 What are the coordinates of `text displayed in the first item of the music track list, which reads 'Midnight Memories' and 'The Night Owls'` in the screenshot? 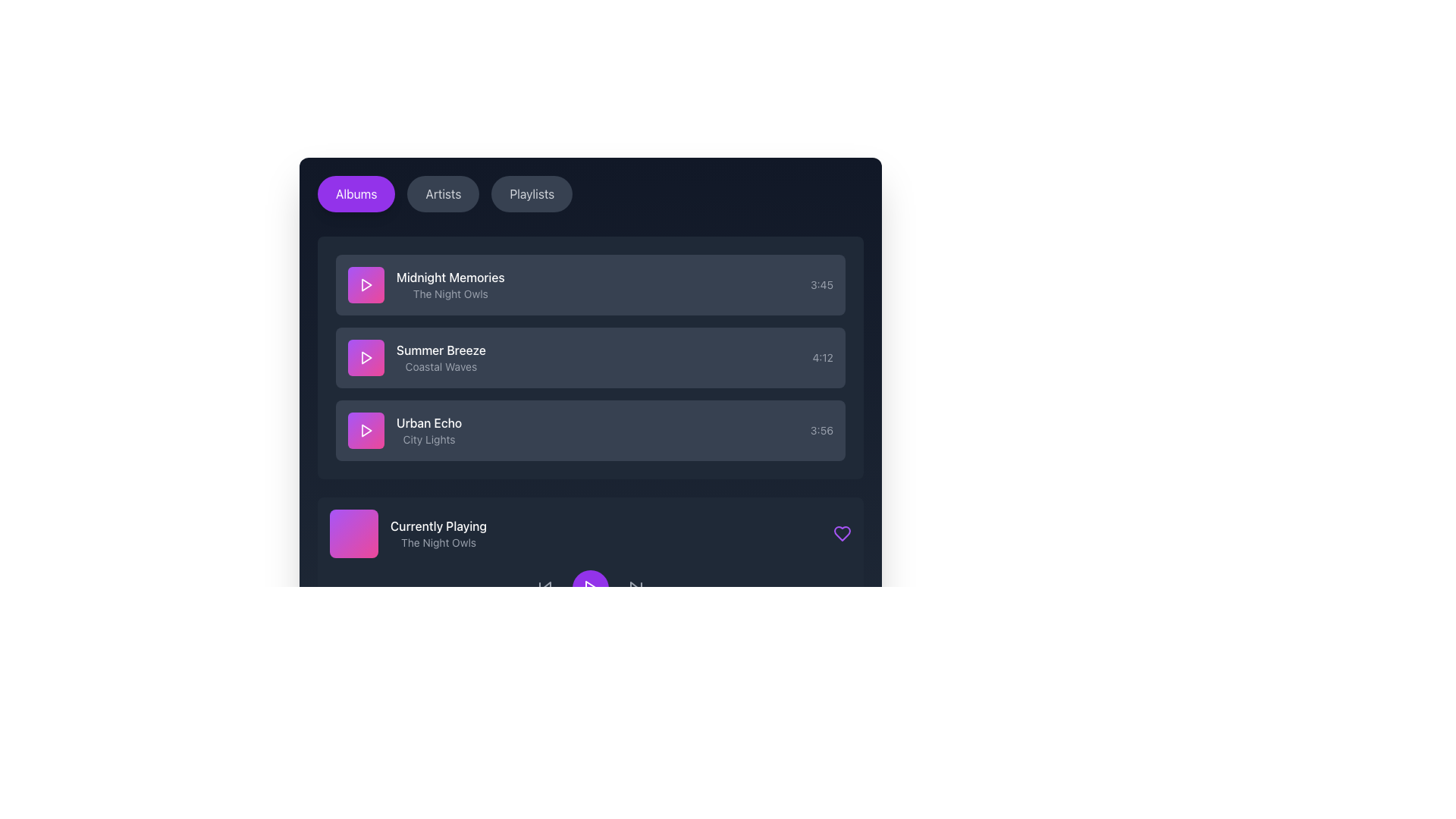 It's located at (450, 284).